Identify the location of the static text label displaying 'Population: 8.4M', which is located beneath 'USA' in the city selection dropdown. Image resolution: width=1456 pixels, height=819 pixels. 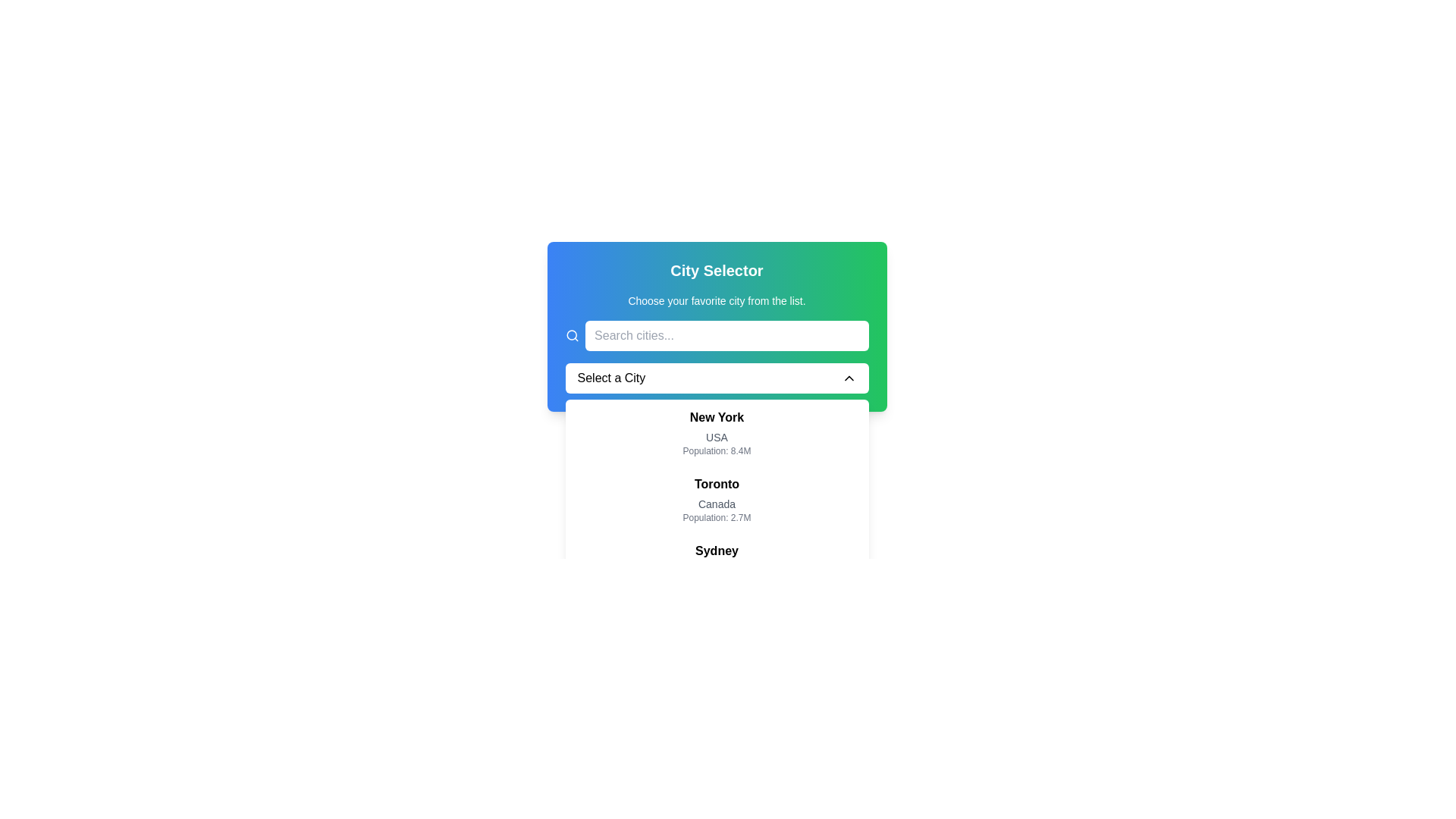
(716, 450).